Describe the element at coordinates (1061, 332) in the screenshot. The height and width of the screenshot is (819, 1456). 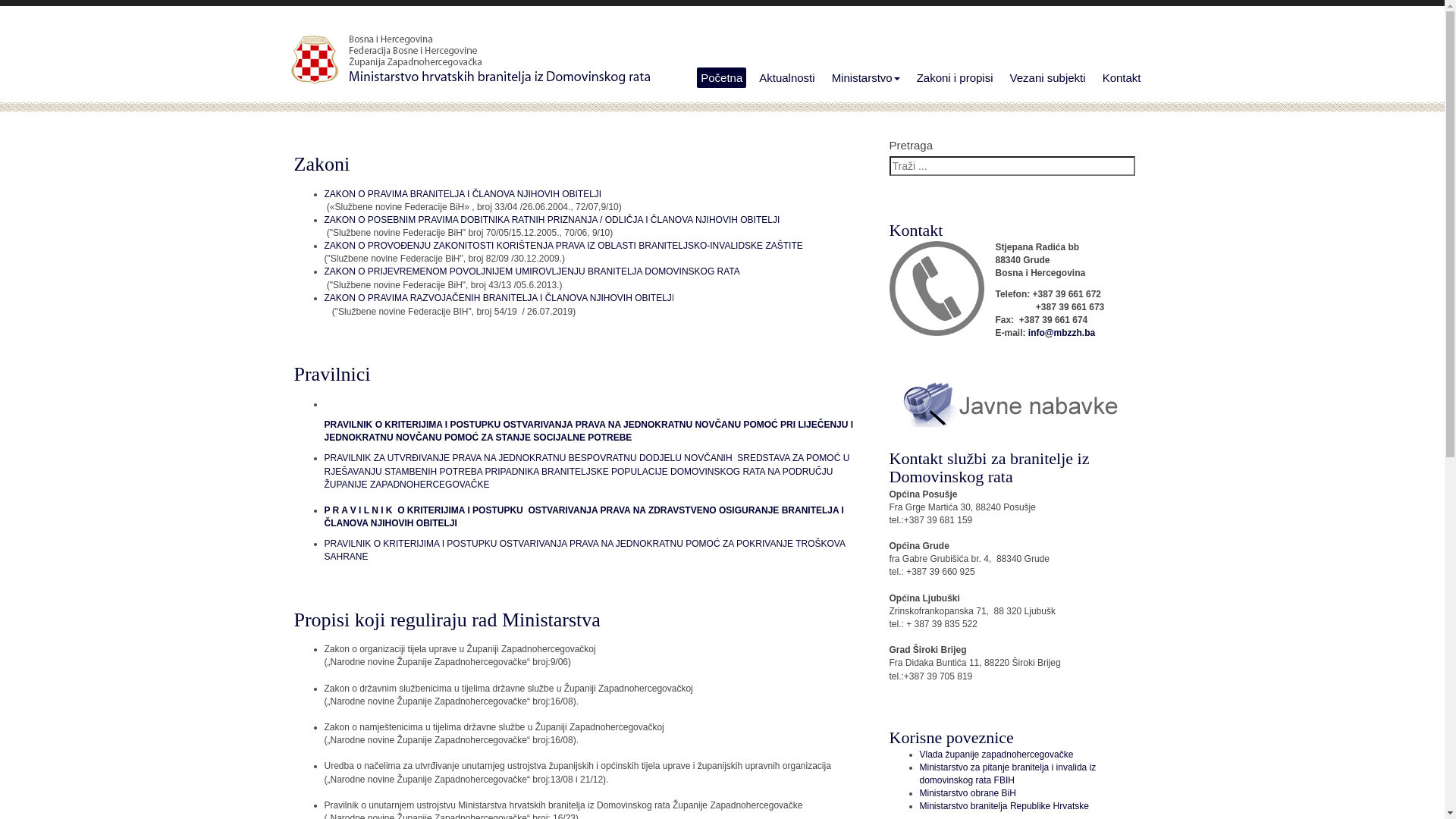
I see `'info@mbzzh.ba'` at that location.